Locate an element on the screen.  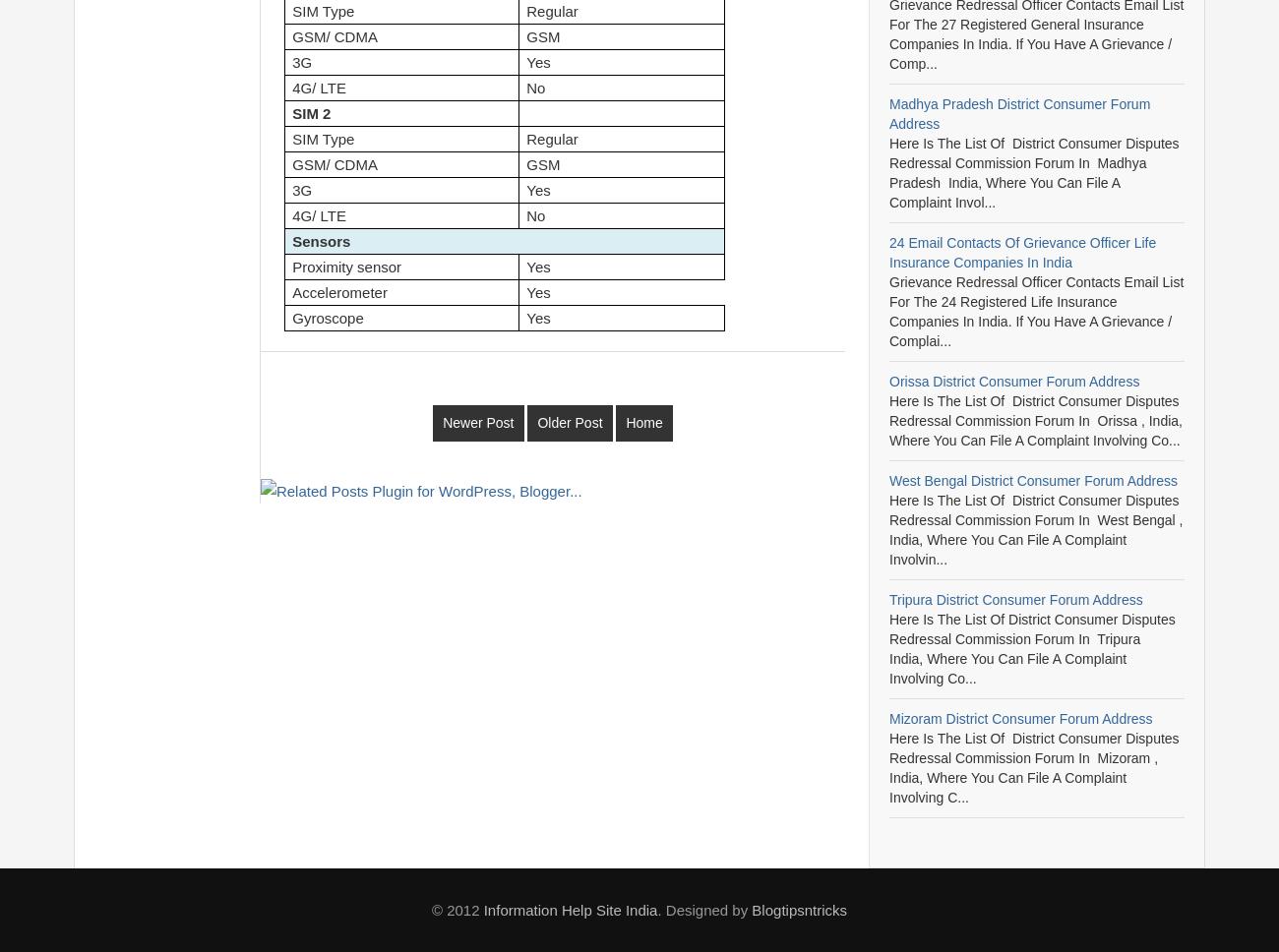
'24 Email Contacts of Grievance Officer Life Insurance Companies in India' is located at coordinates (1022, 253).